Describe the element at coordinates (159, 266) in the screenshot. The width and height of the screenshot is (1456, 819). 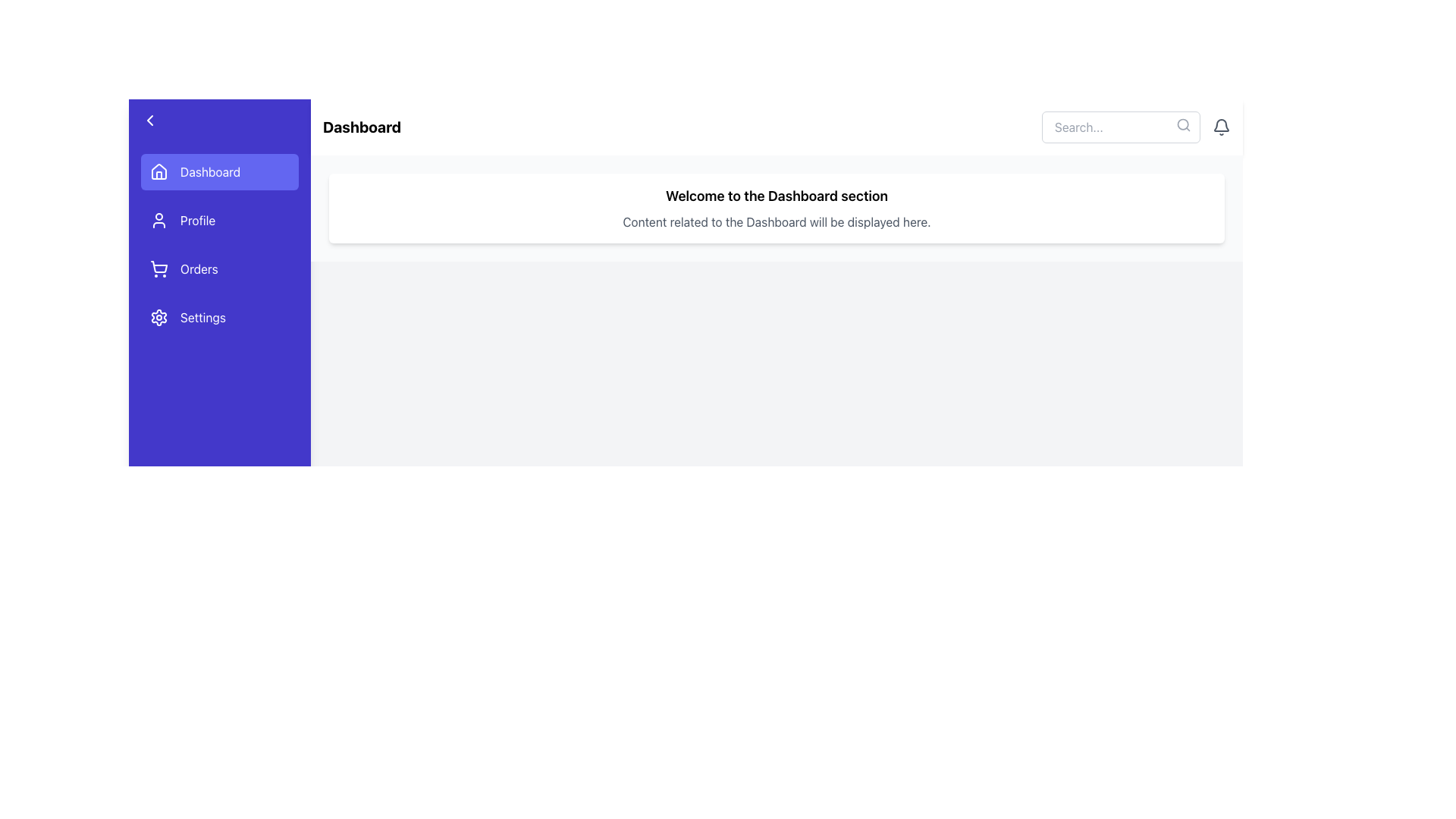
I see `the shopping cart icon located to the left of the 'Orders' label in the sidebar, which features a bold outline and two circular wheels` at that location.